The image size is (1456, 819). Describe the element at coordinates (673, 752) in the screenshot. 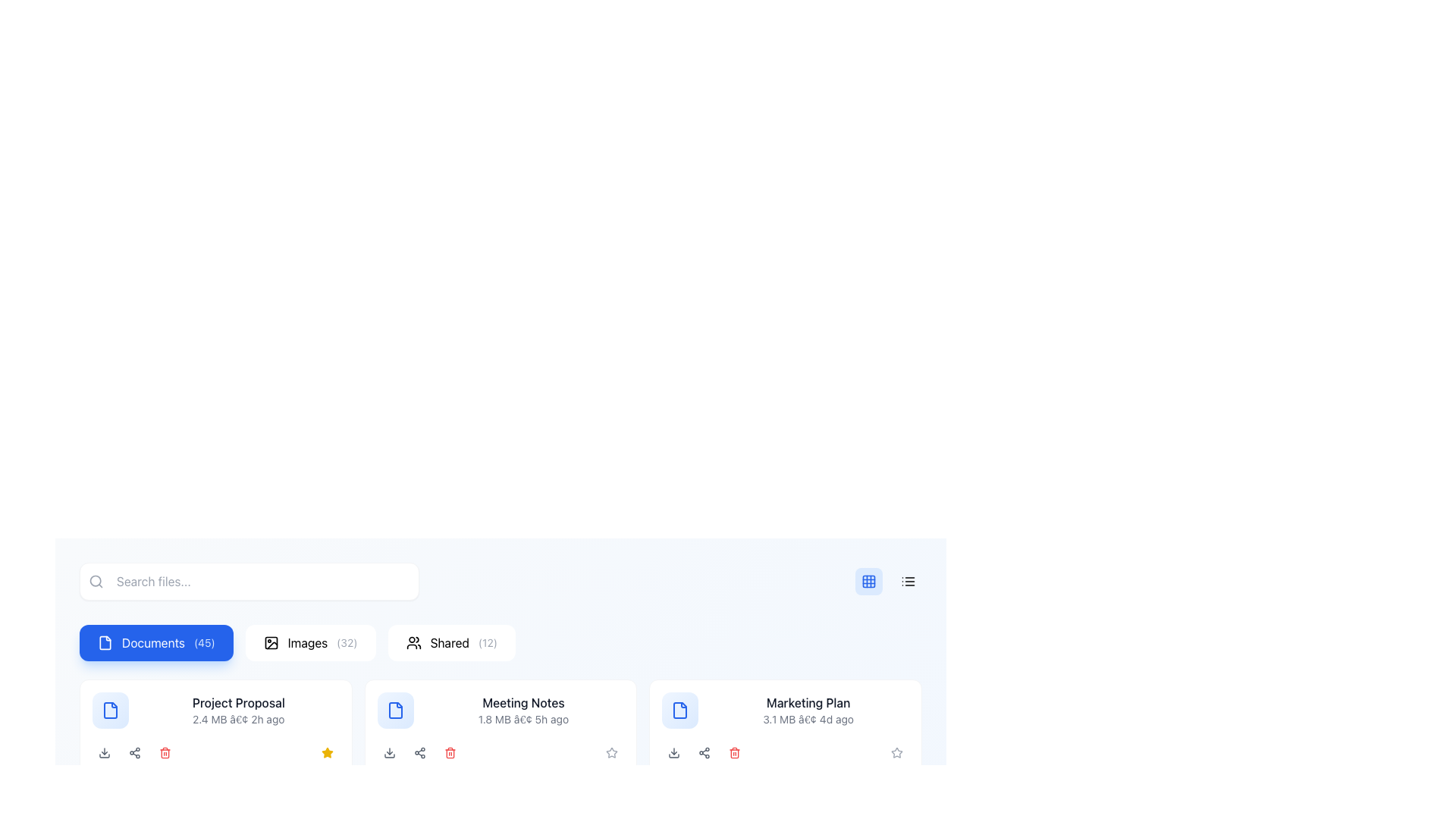

I see `the download icon button located in the bottom action section of the 'Marketing Plan' document card to initiate the download` at that location.